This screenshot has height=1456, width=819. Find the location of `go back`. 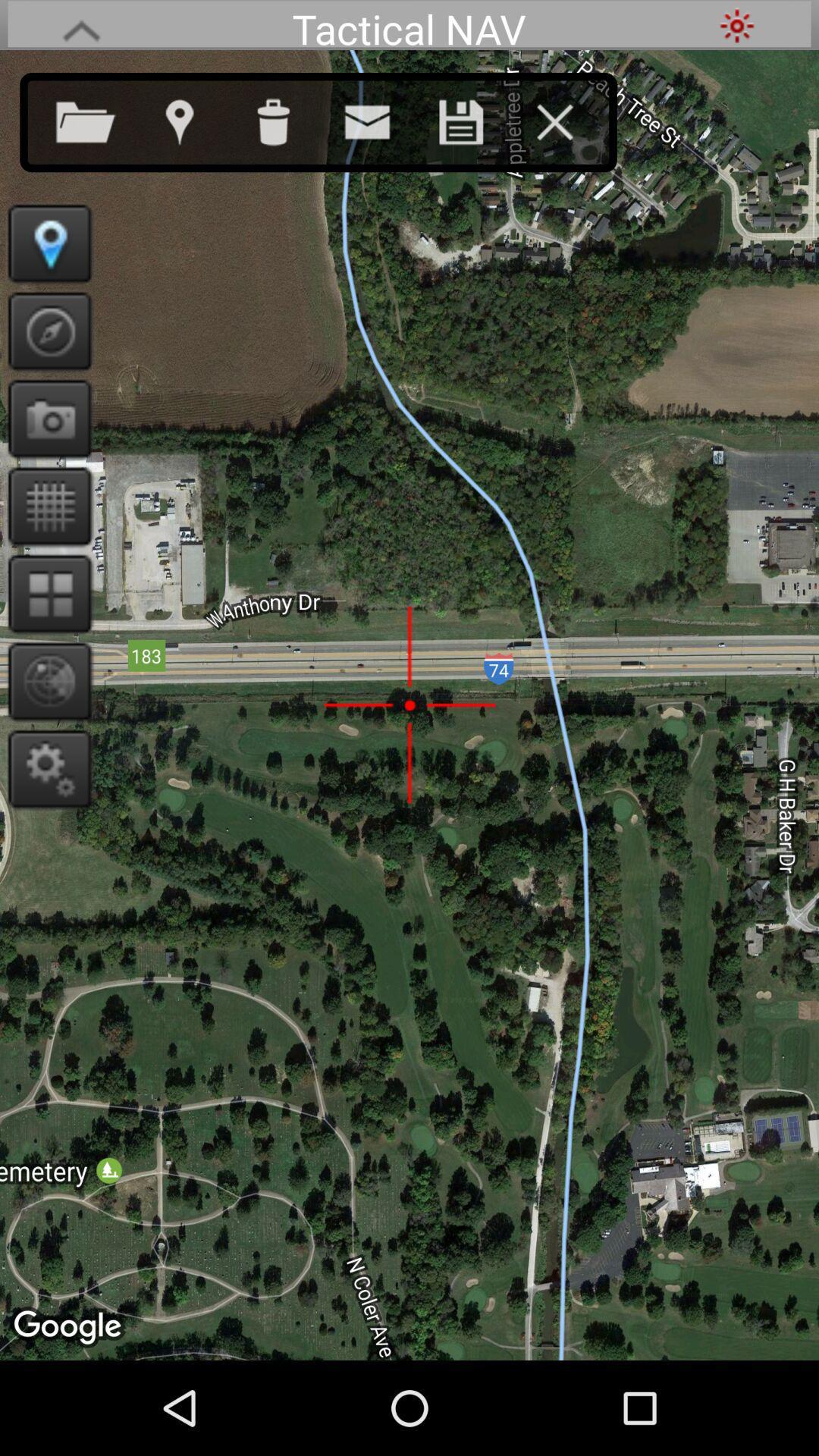

go back is located at coordinates (81, 25).